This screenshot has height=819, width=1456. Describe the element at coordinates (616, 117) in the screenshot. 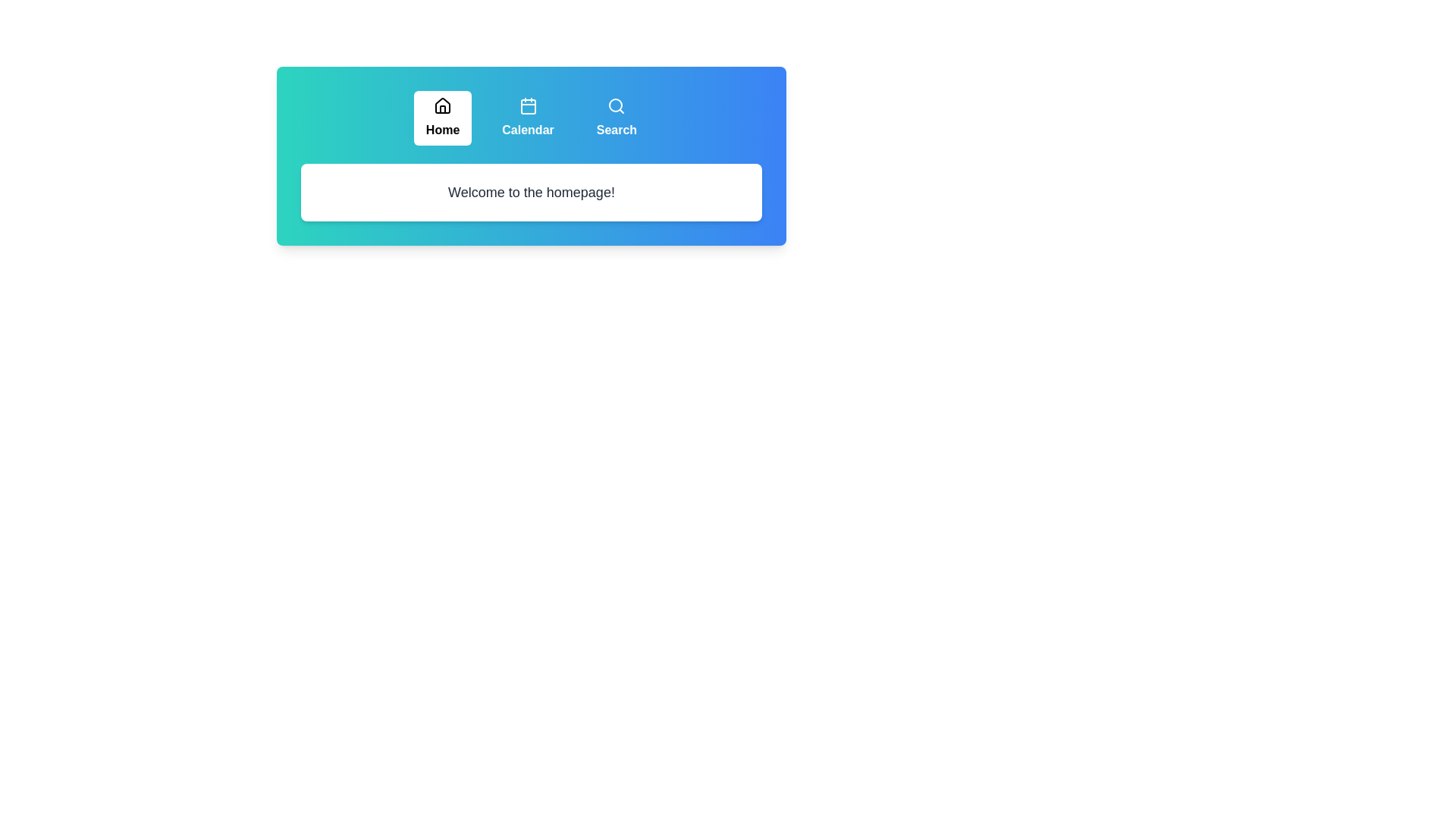

I see `the Search tab to display its content` at that location.